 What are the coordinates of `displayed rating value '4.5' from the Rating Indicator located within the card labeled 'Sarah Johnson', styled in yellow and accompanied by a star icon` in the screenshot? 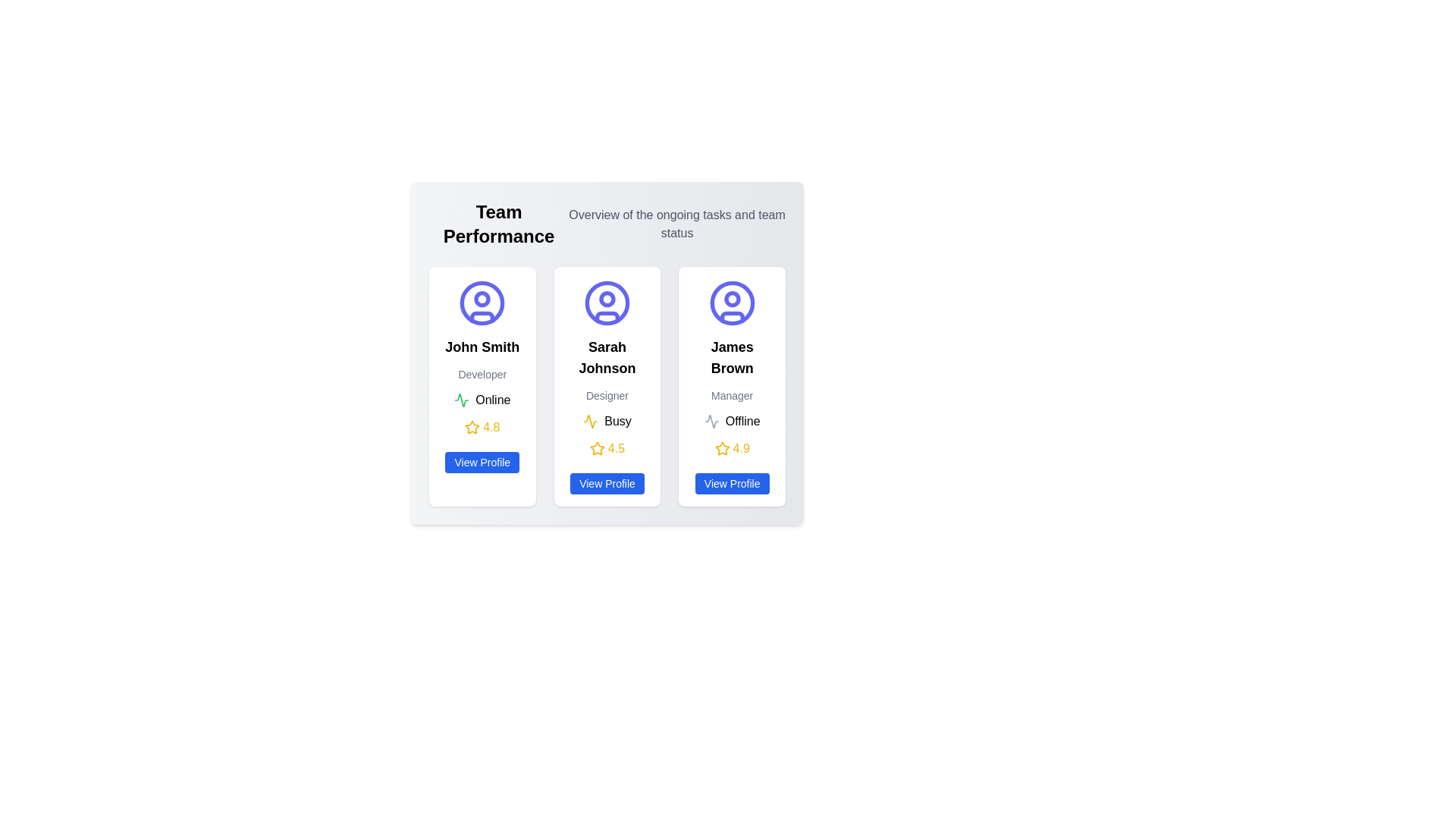 It's located at (607, 447).